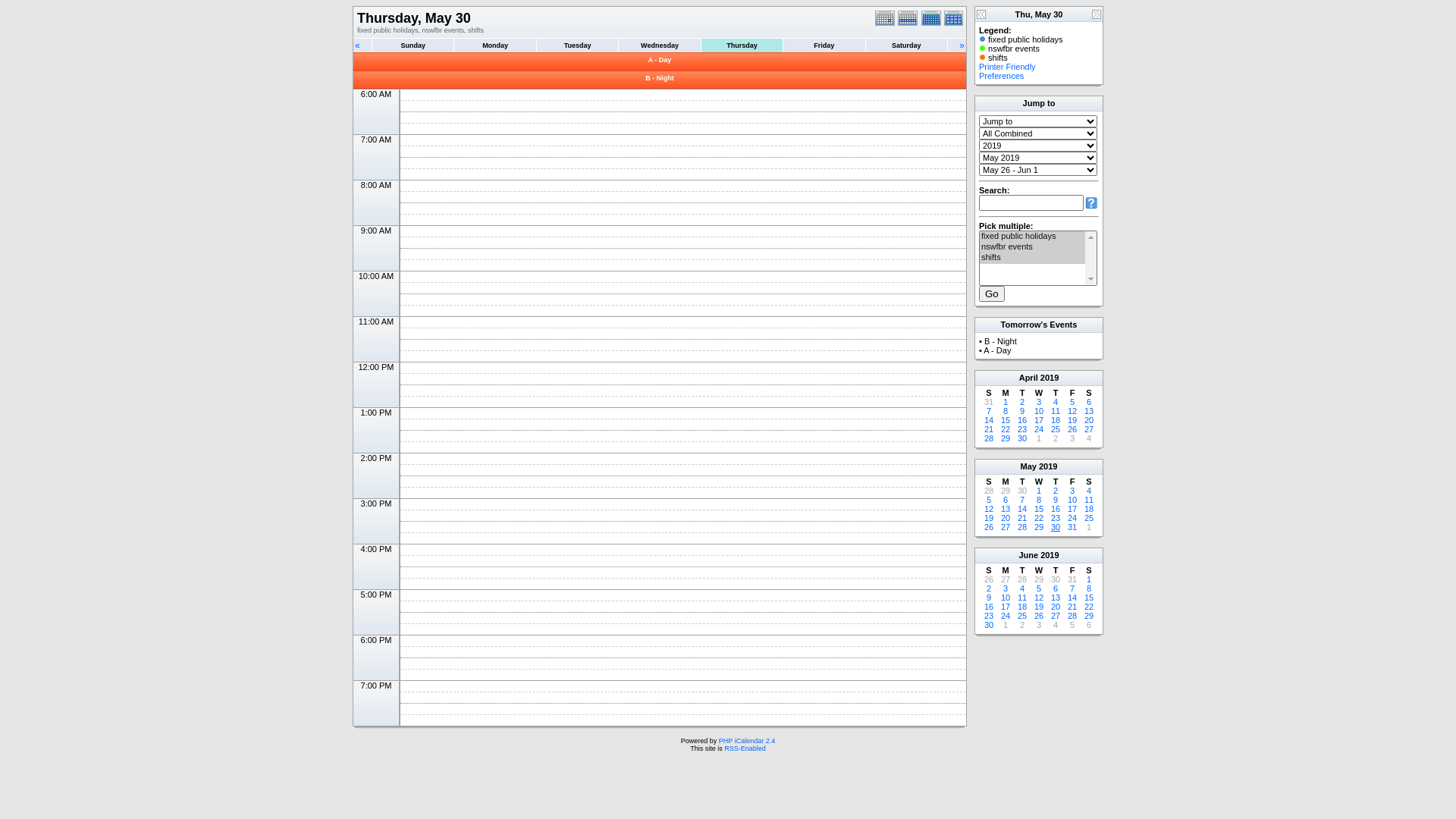 The image size is (1456, 819). Describe the element at coordinates (1033, 526) in the screenshot. I see `'29'` at that location.